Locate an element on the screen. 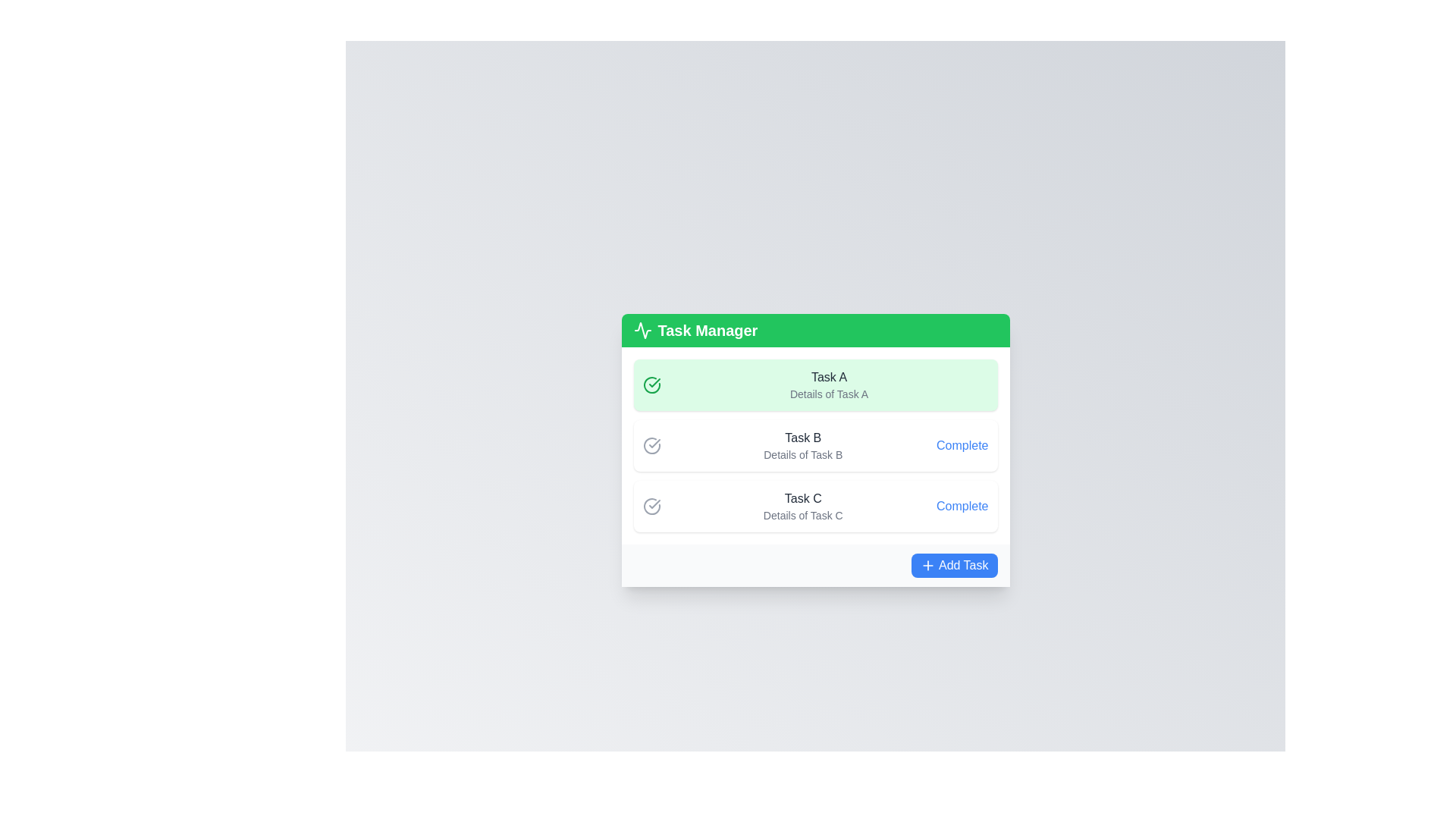 This screenshot has width=1456, height=819. plus sign icon located within the blue 'Add Task' button at the bottom right corner of the Task Manager interface to verify its design or adjust its styling is located at coordinates (927, 565).